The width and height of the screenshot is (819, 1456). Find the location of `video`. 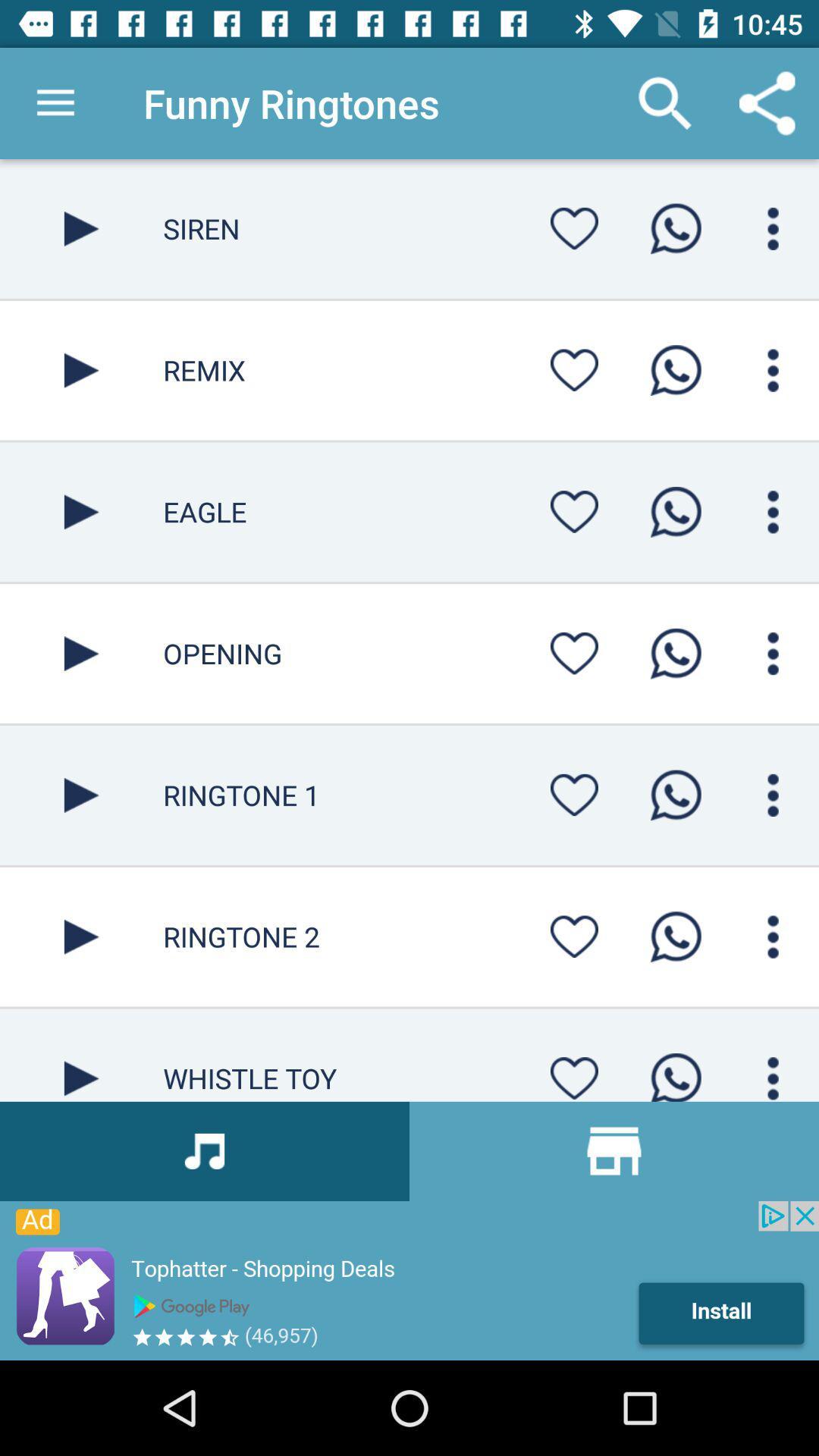

video is located at coordinates (81, 1054).